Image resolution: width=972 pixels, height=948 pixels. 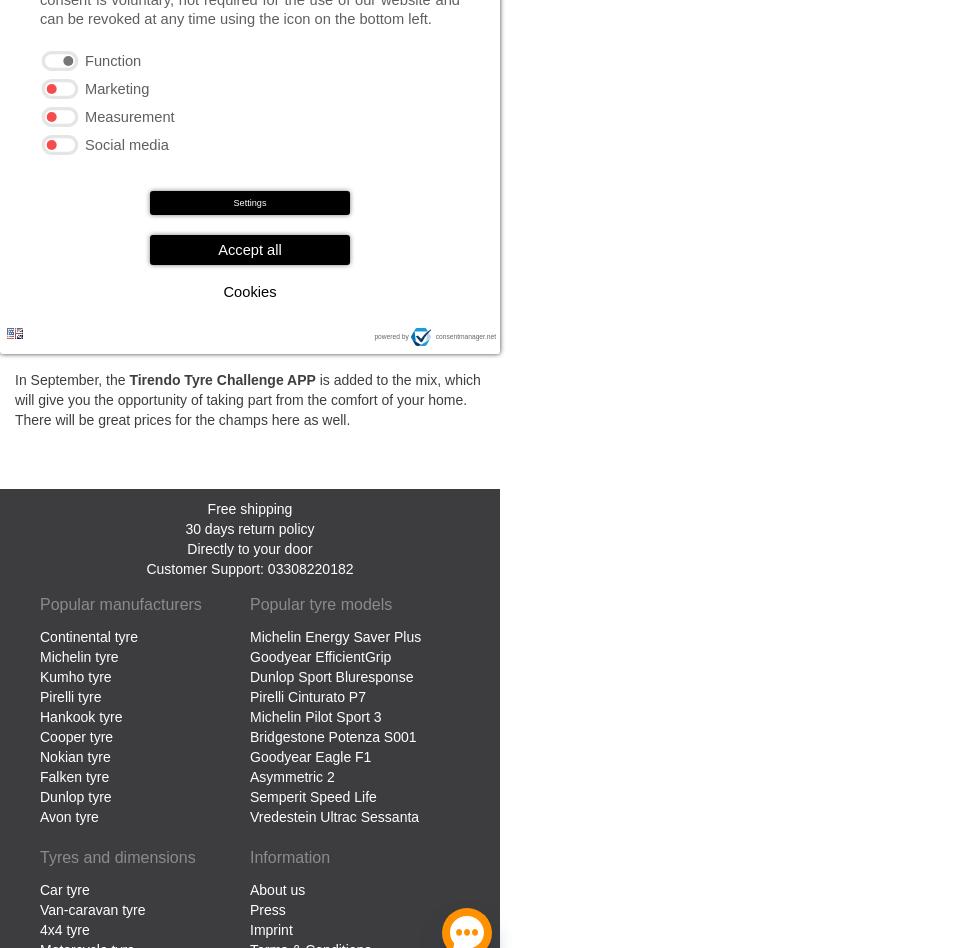 What do you see at coordinates (128, 52) in the screenshot?
I see `'Here is an overview of the scores:'` at bounding box center [128, 52].